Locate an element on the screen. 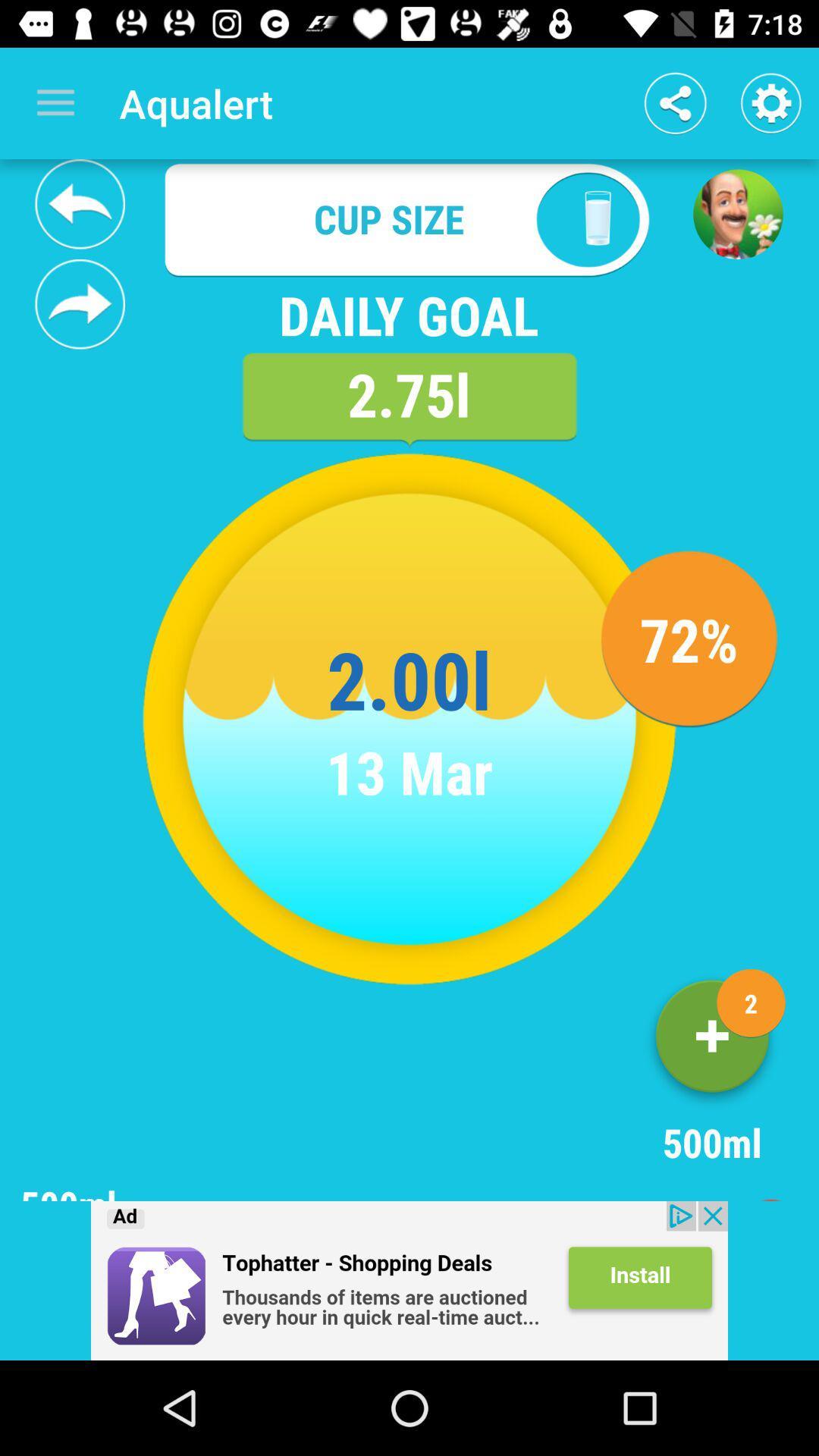 This screenshot has height=1456, width=819. exit page is located at coordinates (781, 1189).